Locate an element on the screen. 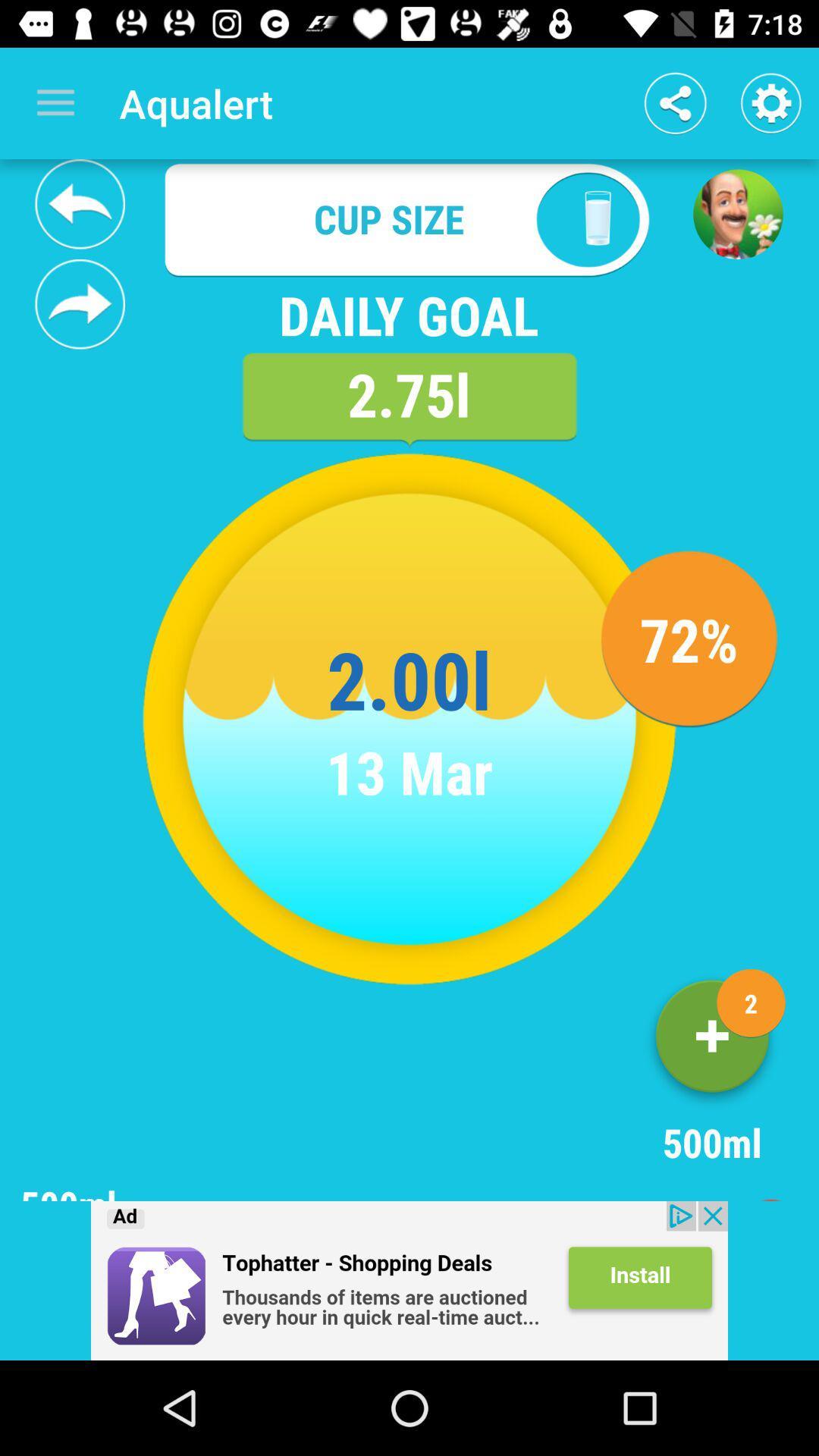 This screenshot has height=1456, width=819. exit page is located at coordinates (781, 1189).